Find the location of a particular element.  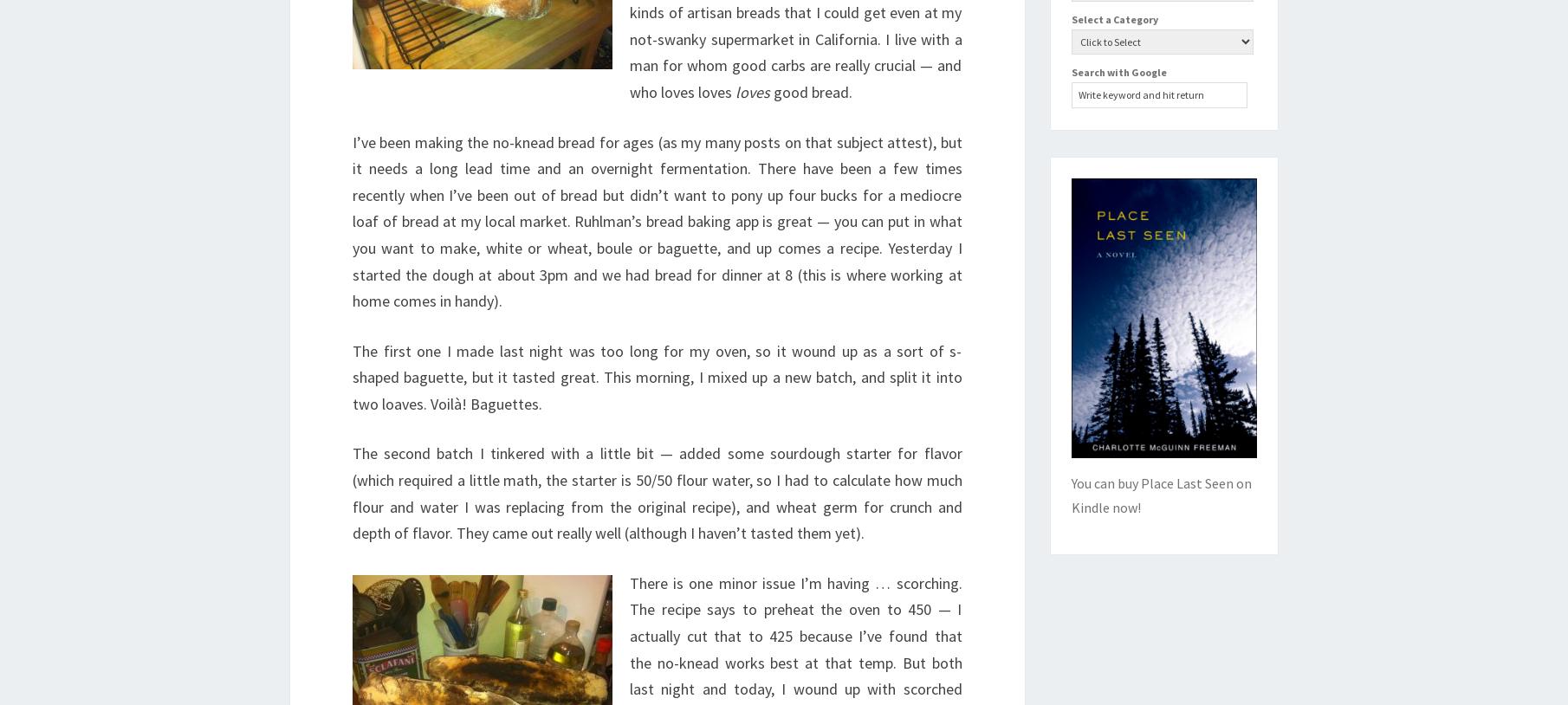

'loves' is located at coordinates (751, 90).